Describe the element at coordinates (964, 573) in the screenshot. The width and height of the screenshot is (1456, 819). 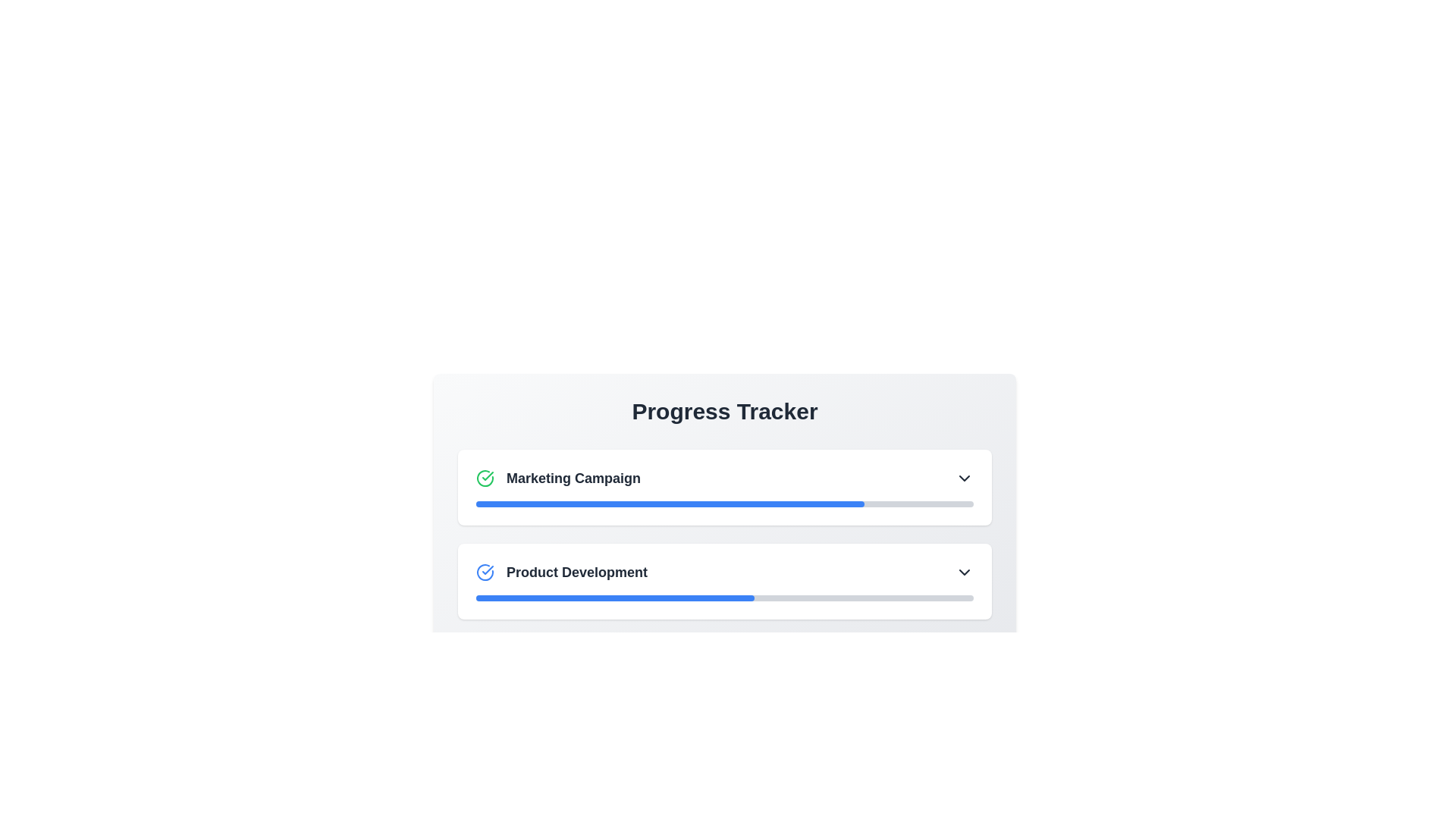
I see `the dropdown indicator icon, a gray downward-pointing chevron located to the far-right side of the 'Product Development' section` at that location.